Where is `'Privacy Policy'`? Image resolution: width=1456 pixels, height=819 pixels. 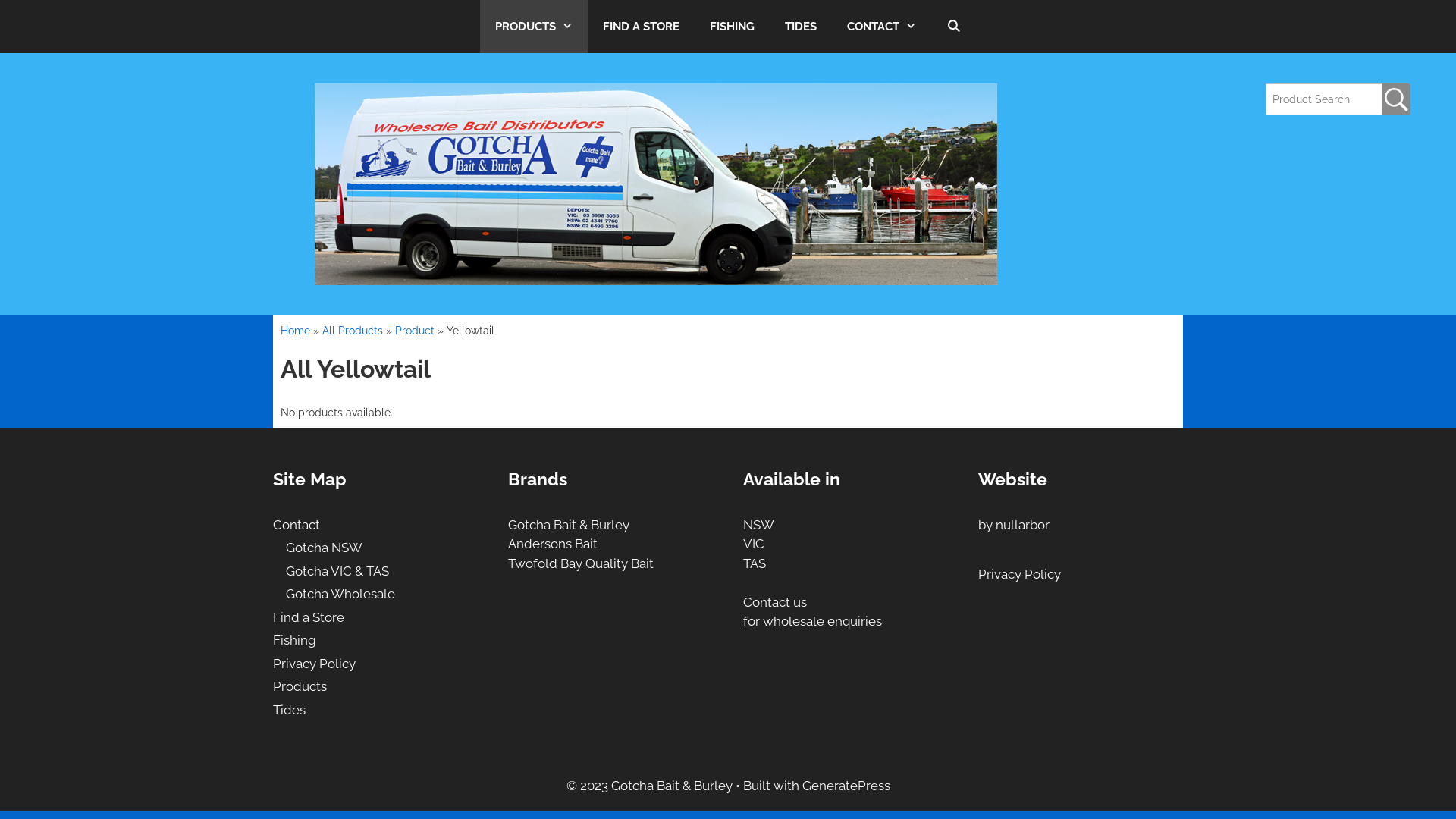
'Privacy Policy' is located at coordinates (273, 663).